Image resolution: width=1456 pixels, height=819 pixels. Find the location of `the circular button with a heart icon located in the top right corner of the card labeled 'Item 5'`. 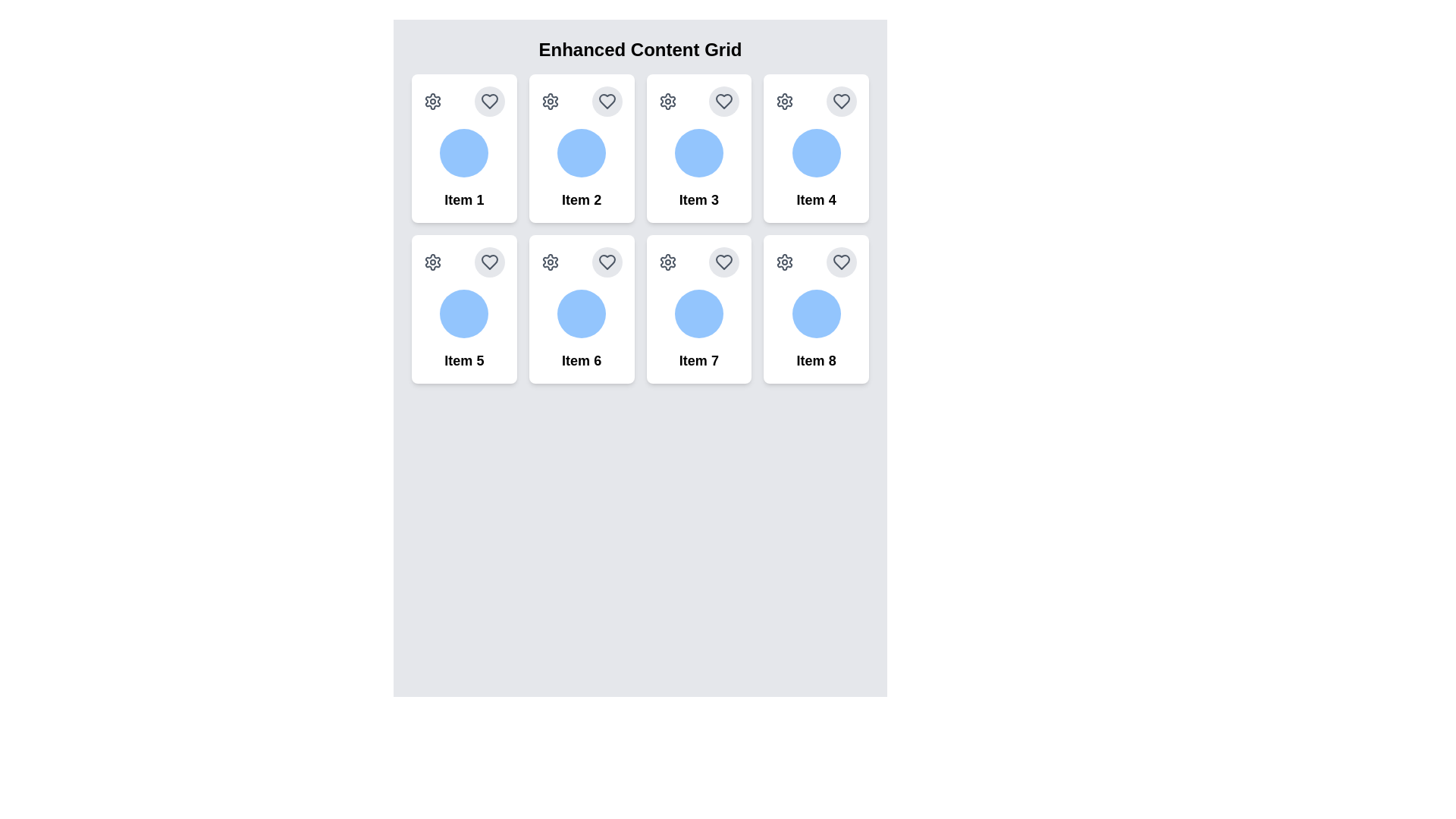

the circular button with a heart icon located in the top right corner of the card labeled 'Item 5' is located at coordinates (489, 262).